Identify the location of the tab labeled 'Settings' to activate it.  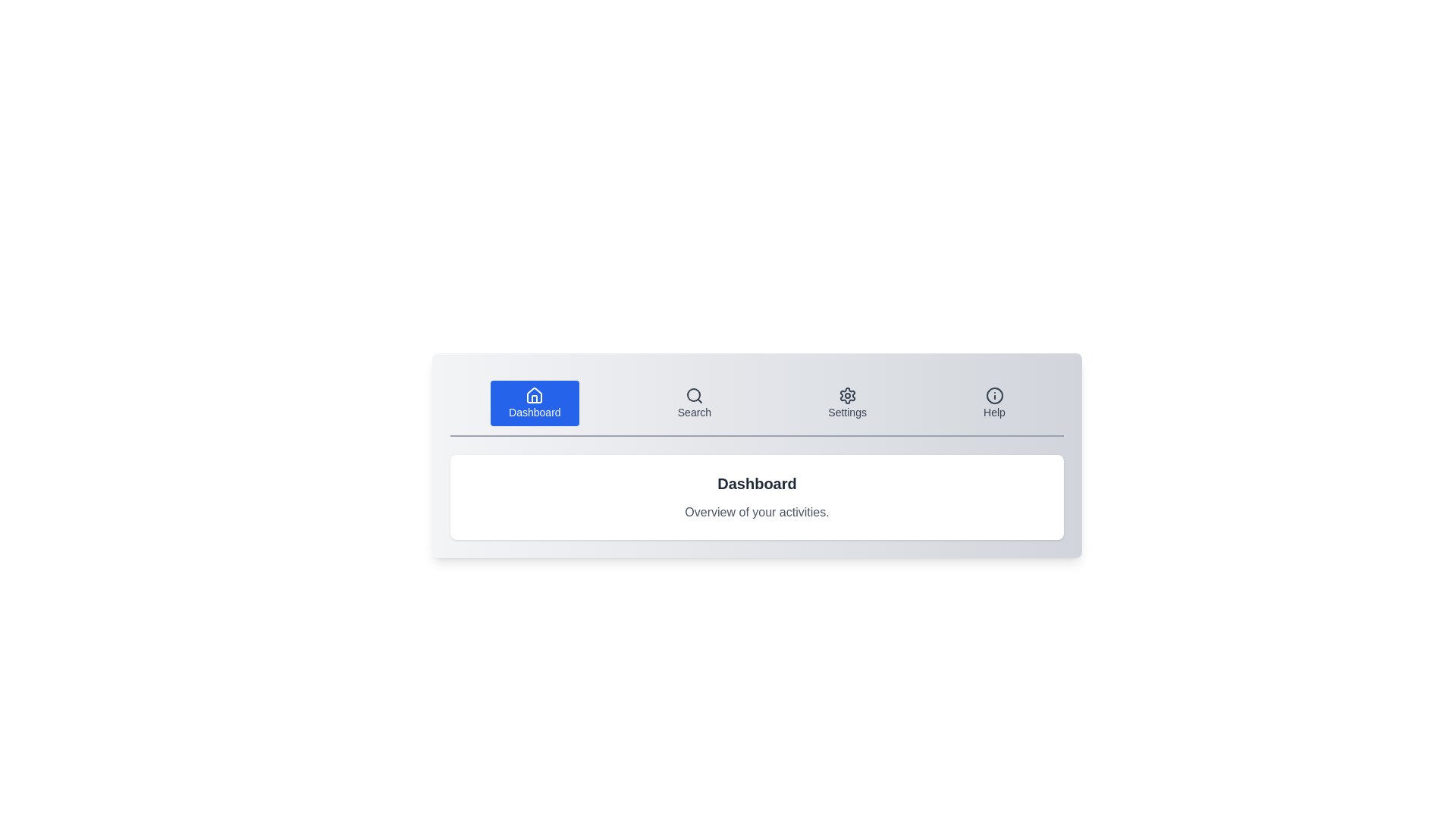
(846, 403).